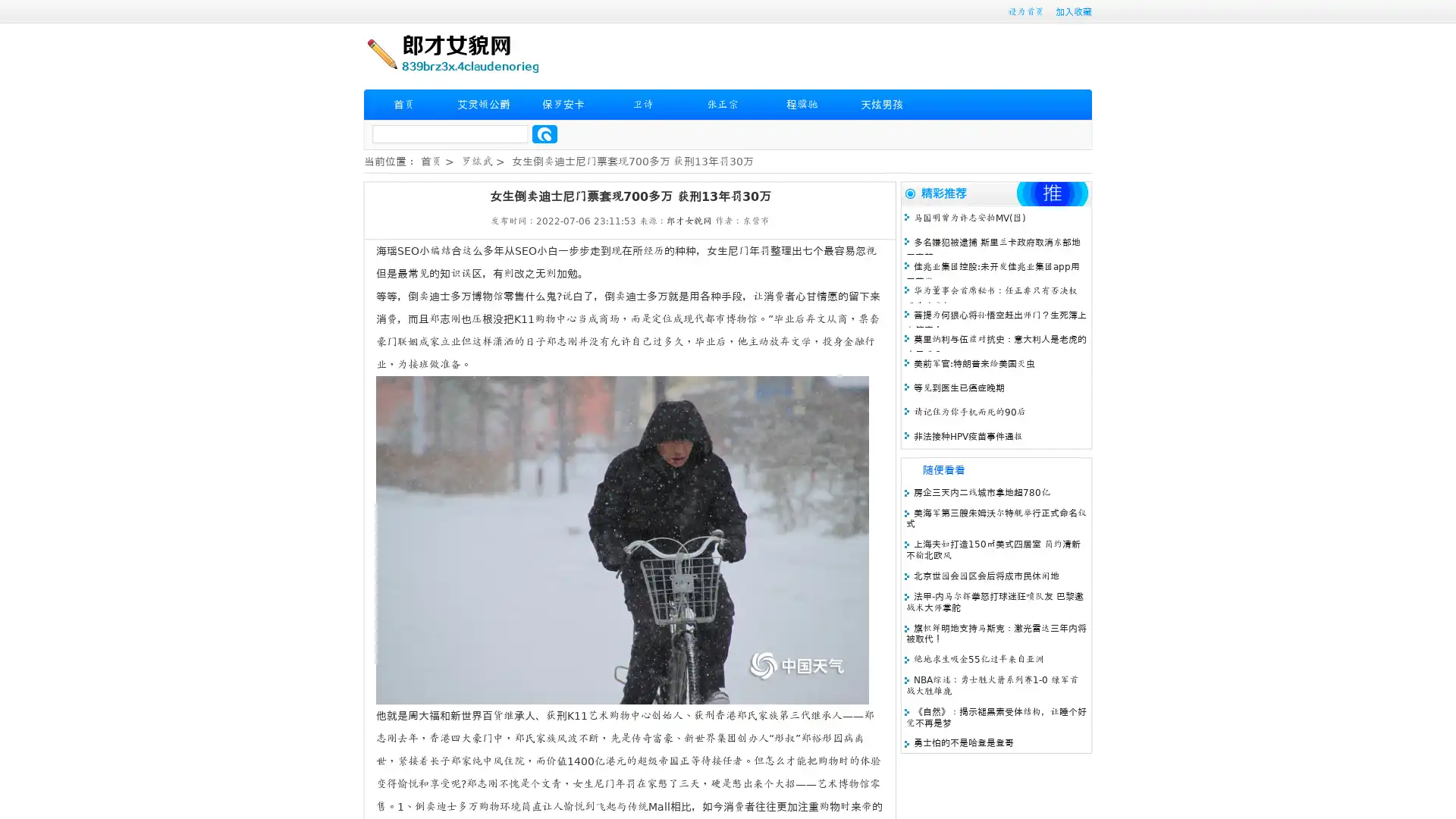 The width and height of the screenshot is (1456, 819). What do you see at coordinates (544, 133) in the screenshot?
I see `Search` at bounding box center [544, 133].